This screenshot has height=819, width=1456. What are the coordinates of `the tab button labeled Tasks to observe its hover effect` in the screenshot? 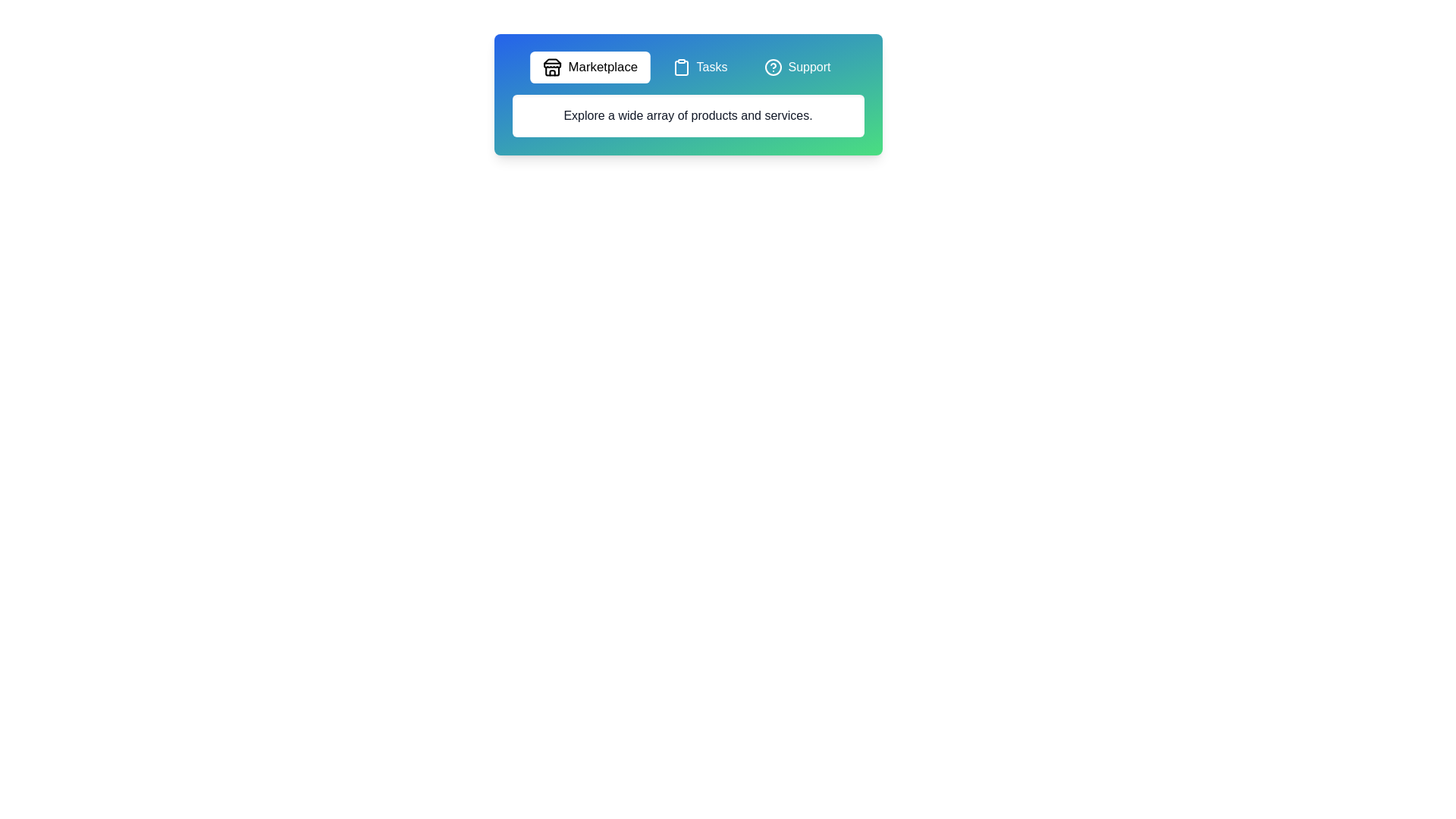 It's located at (698, 66).